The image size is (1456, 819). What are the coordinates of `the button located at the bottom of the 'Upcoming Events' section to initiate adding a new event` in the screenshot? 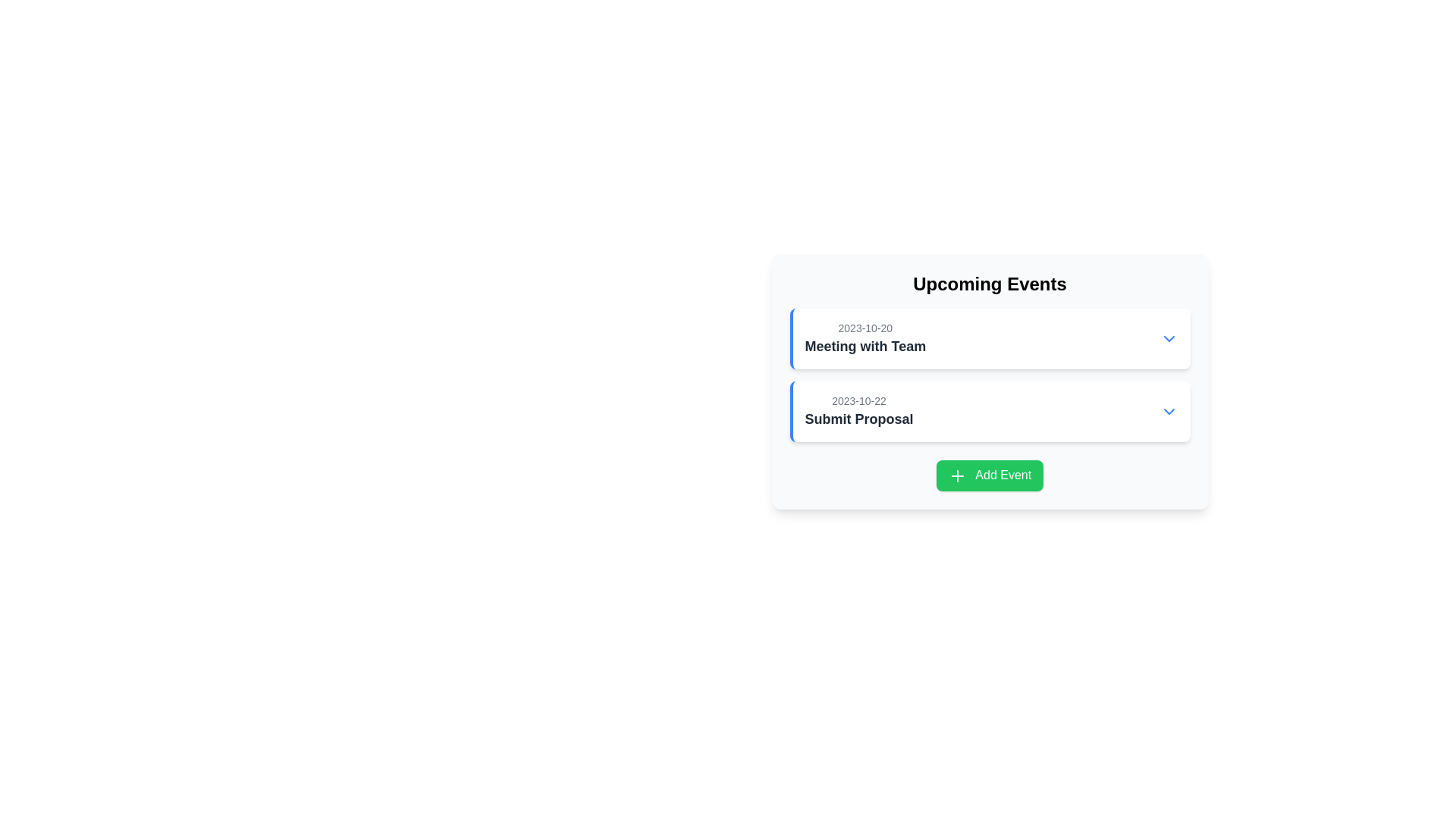 It's located at (990, 475).